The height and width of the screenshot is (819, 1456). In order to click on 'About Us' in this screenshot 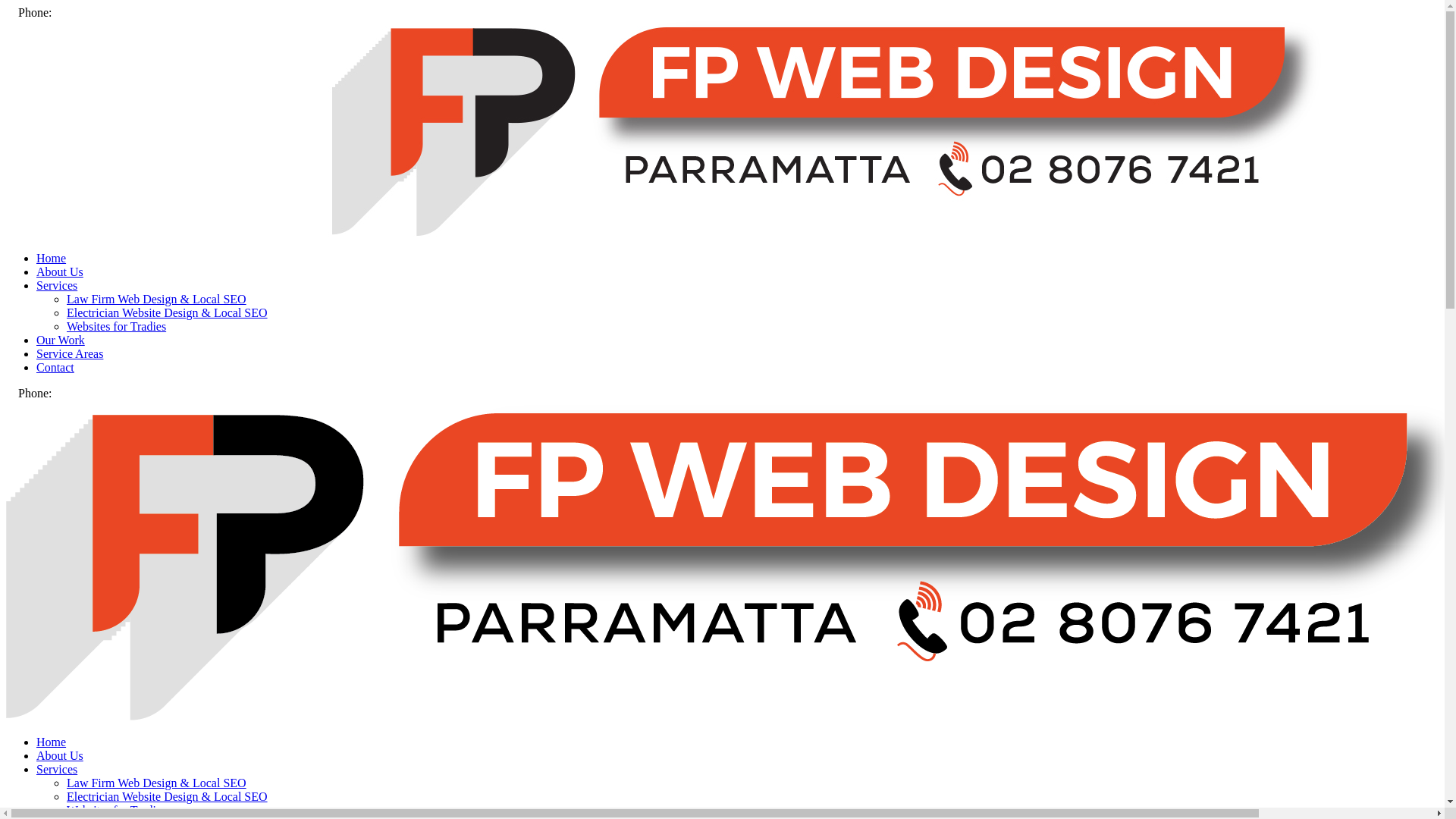, I will do `click(59, 755)`.